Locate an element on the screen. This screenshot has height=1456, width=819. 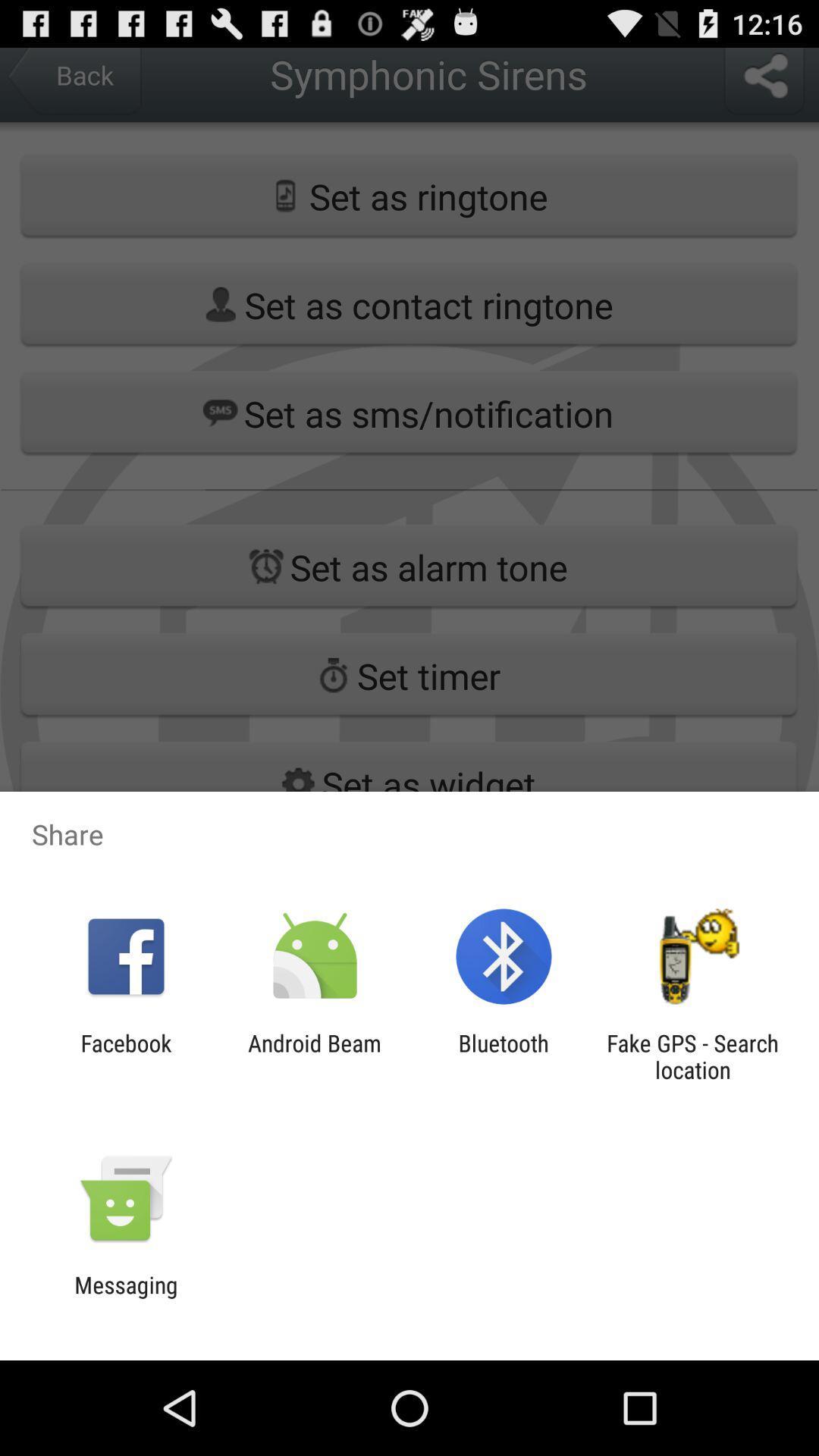
the messaging app is located at coordinates (125, 1298).